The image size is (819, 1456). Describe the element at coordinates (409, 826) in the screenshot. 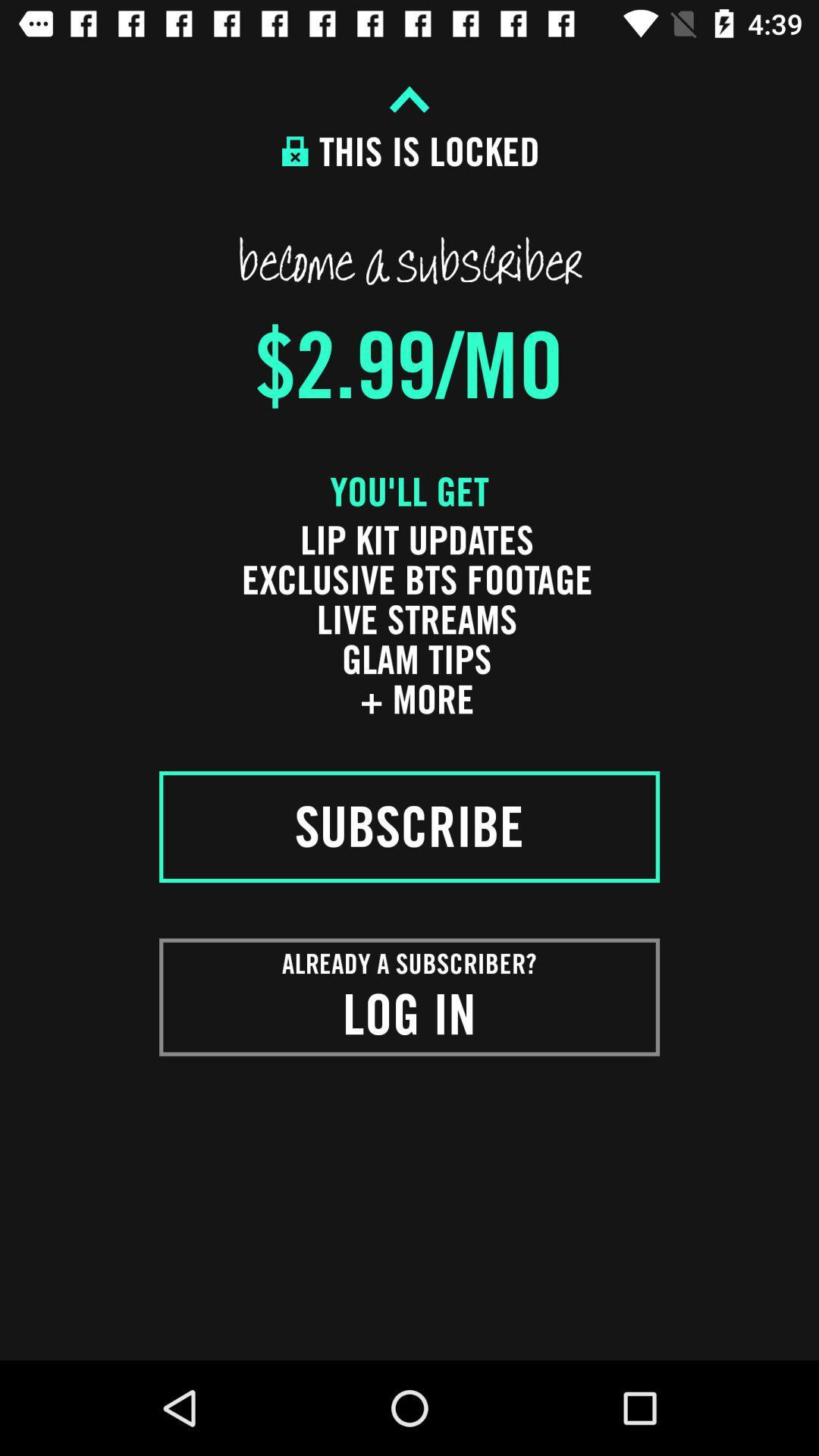

I see `subscribe item` at that location.